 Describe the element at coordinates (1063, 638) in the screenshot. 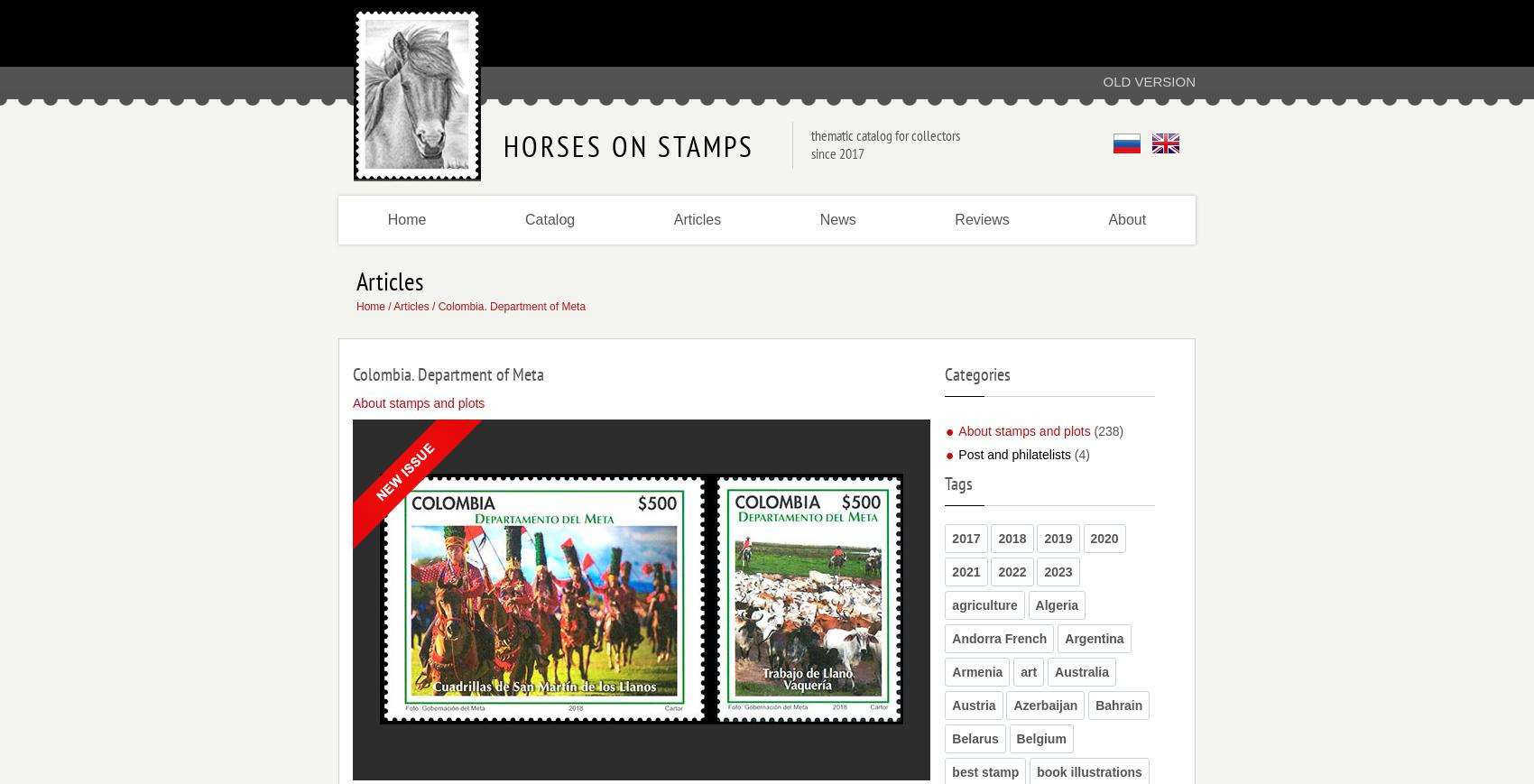

I see `'Argentina'` at that location.